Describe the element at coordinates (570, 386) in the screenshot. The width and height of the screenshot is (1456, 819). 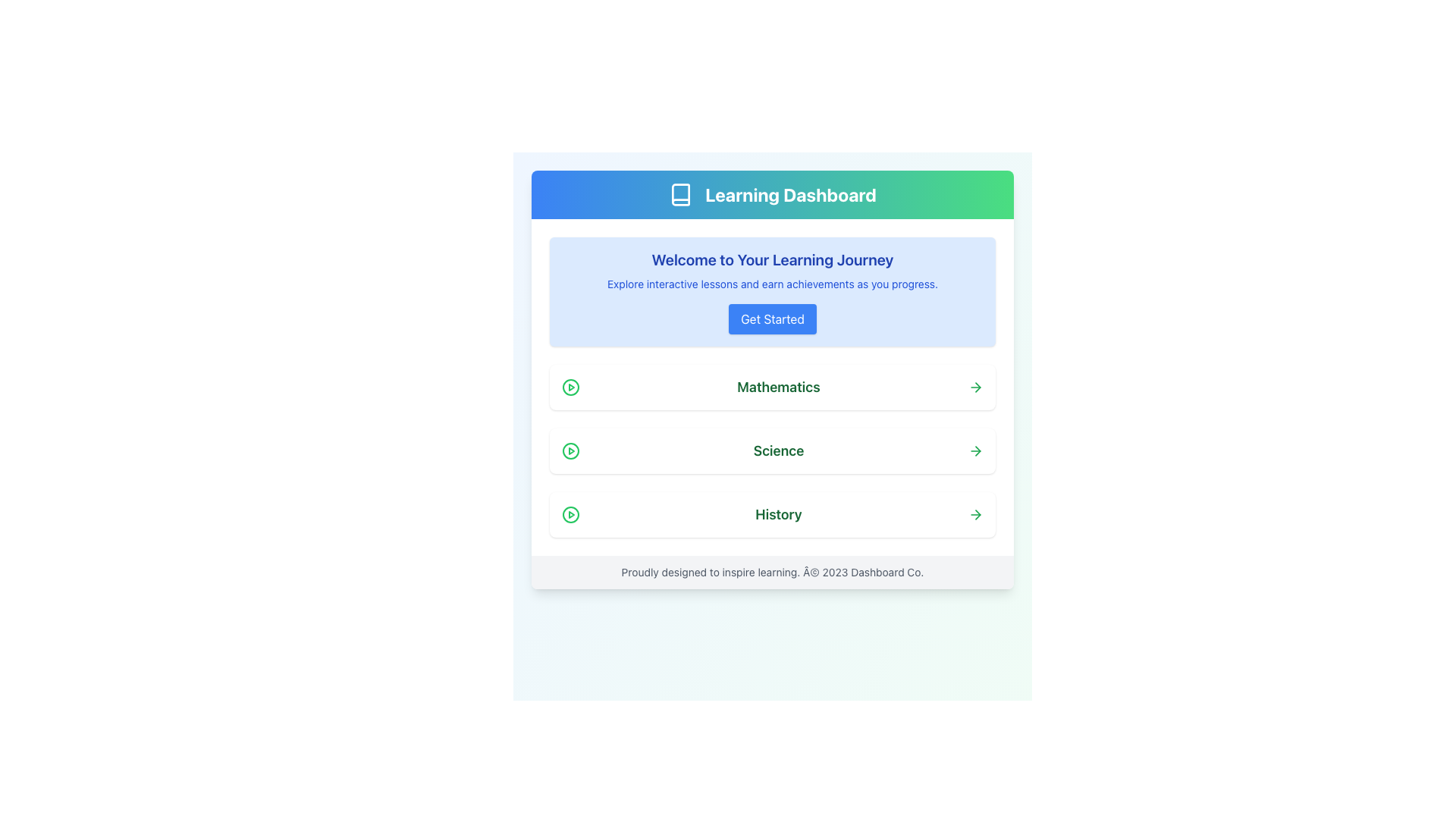
I see `the play indicator icon located to the left of the 'Mathematics' text` at that location.